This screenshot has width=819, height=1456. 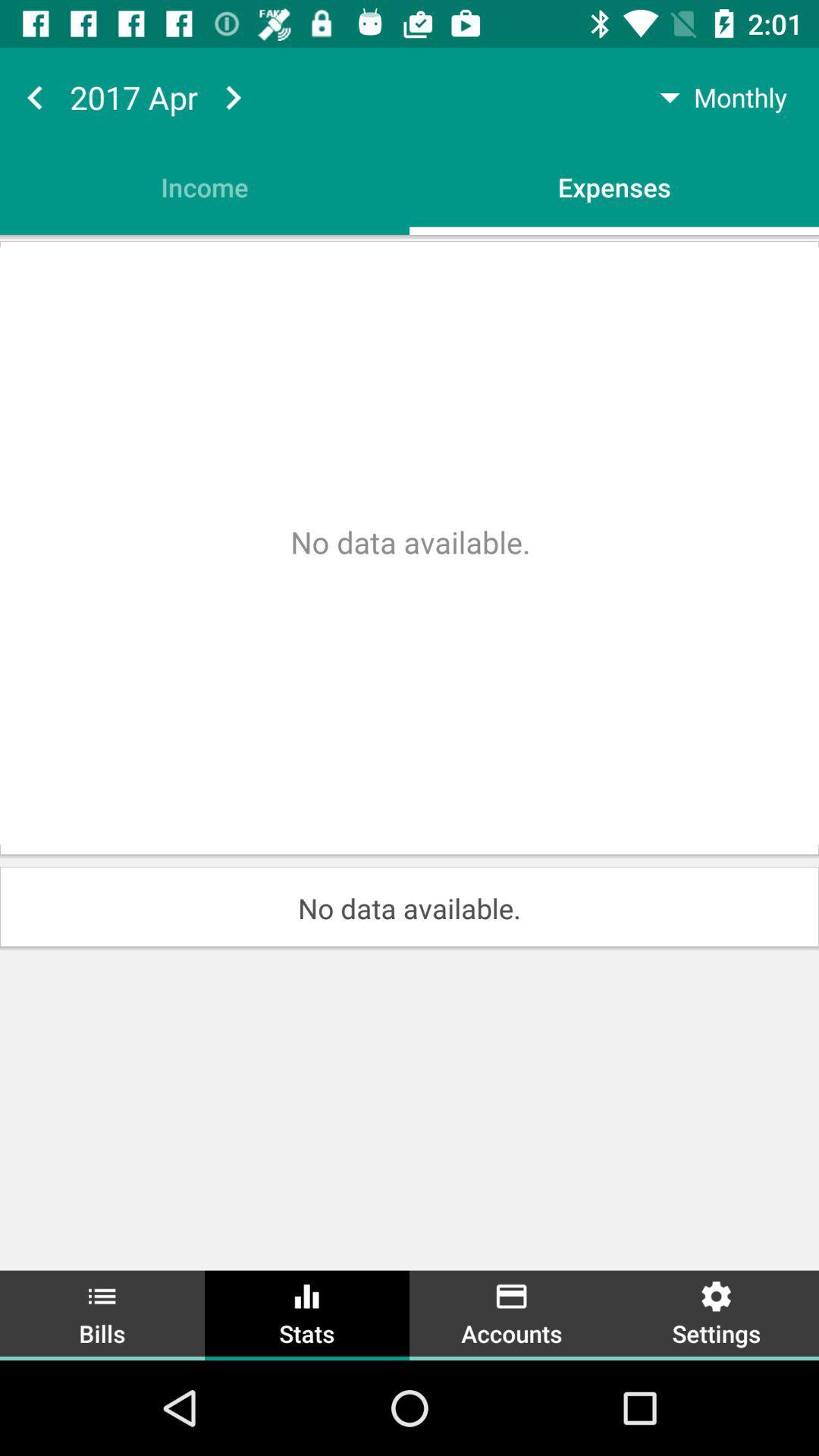 I want to click on click the button to go to the next page, so click(x=233, y=96).